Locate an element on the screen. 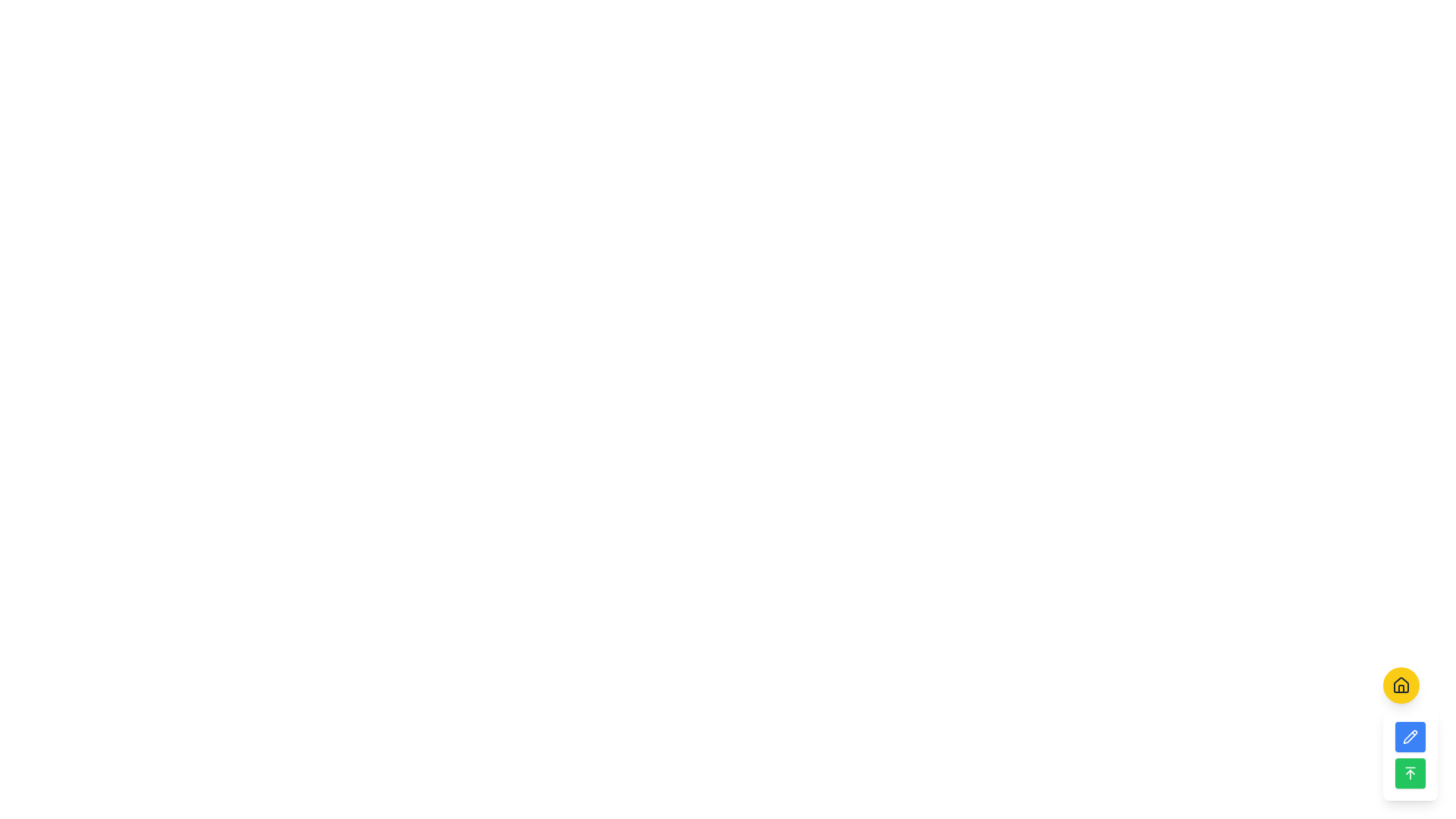 This screenshot has width=1456, height=819. the pencil icon within the blue circular button is located at coordinates (1410, 736).